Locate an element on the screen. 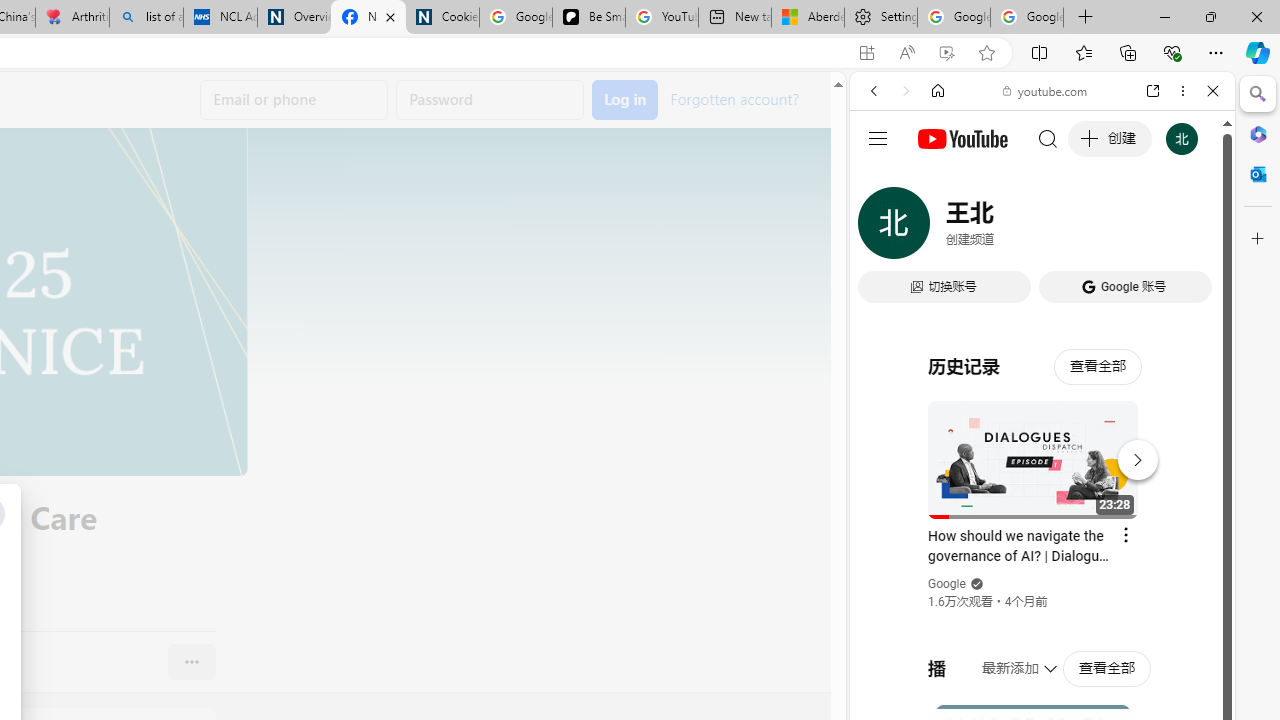  'Music' is located at coordinates (1041, 543).